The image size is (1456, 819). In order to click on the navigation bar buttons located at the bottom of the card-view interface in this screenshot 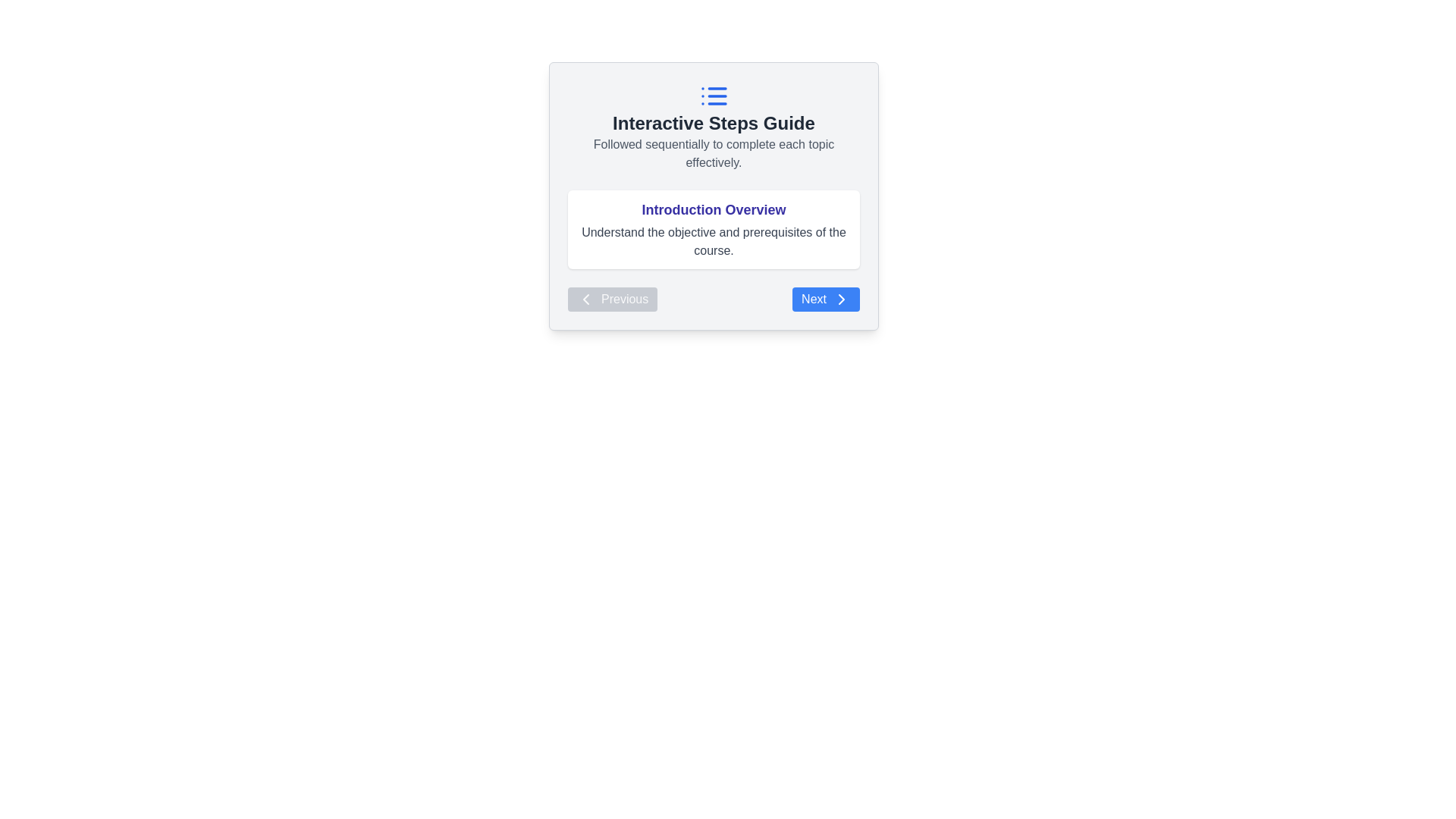, I will do `click(713, 299)`.